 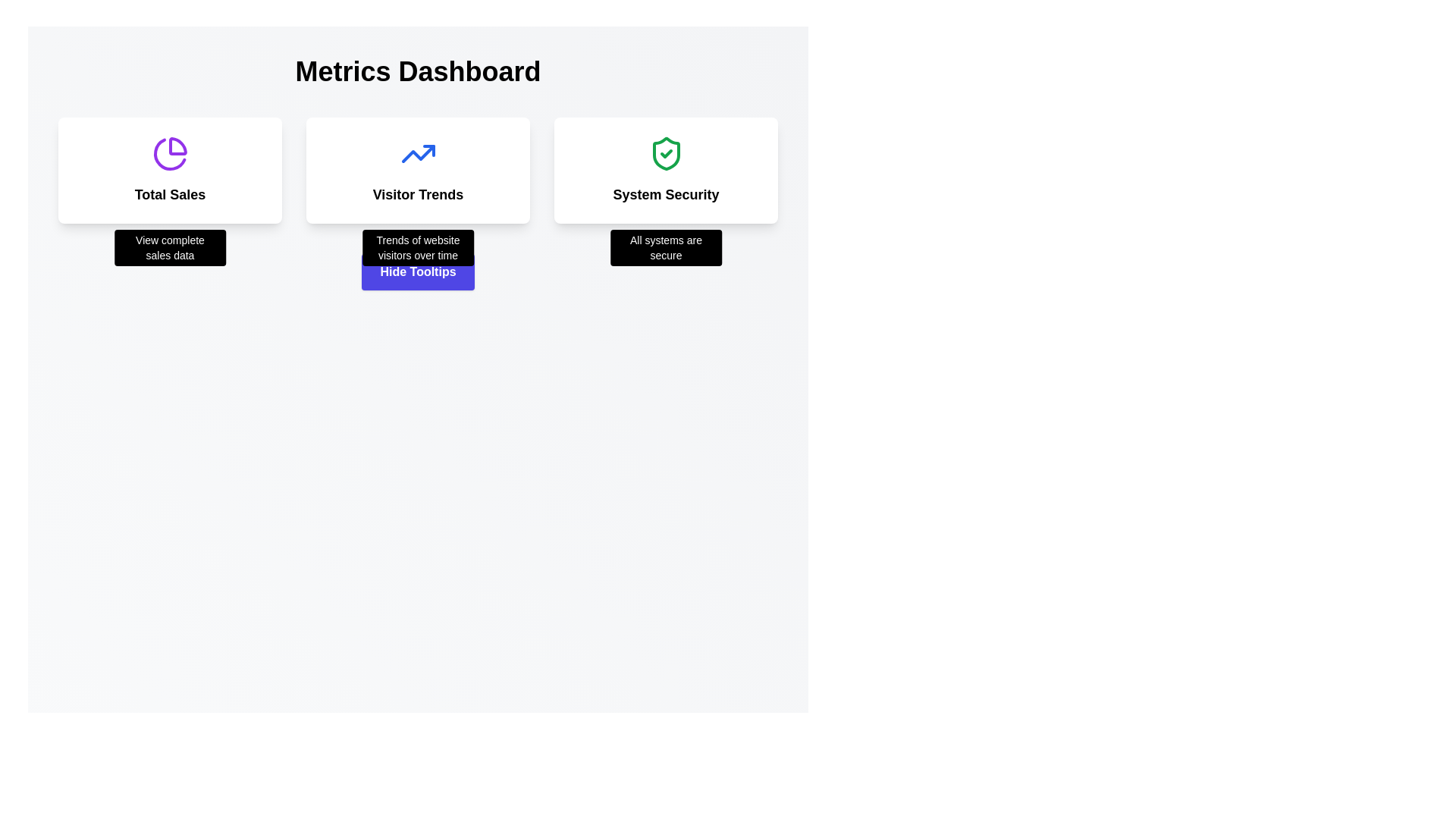 I want to click on the purple pie chart icon located in the first card, which is positioned above the text 'Total Sales', so click(x=170, y=154).